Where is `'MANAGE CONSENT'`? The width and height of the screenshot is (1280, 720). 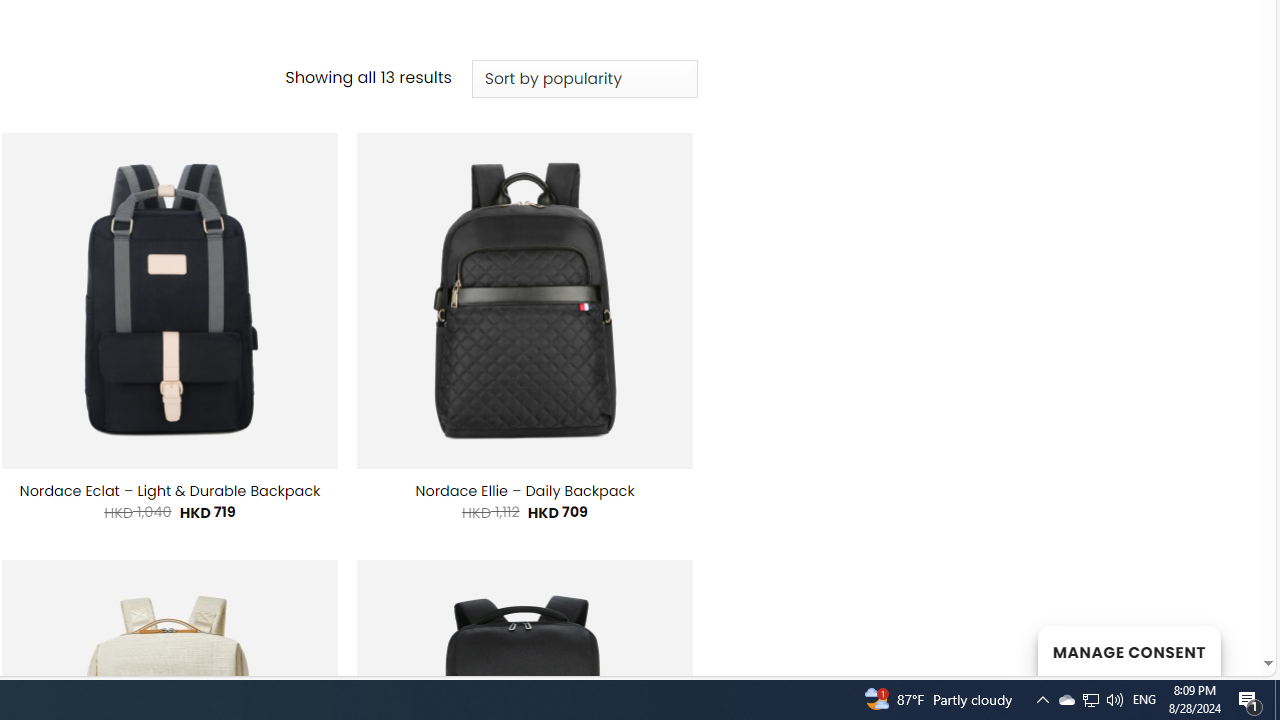
'MANAGE CONSENT' is located at coordinates (1128, 650).